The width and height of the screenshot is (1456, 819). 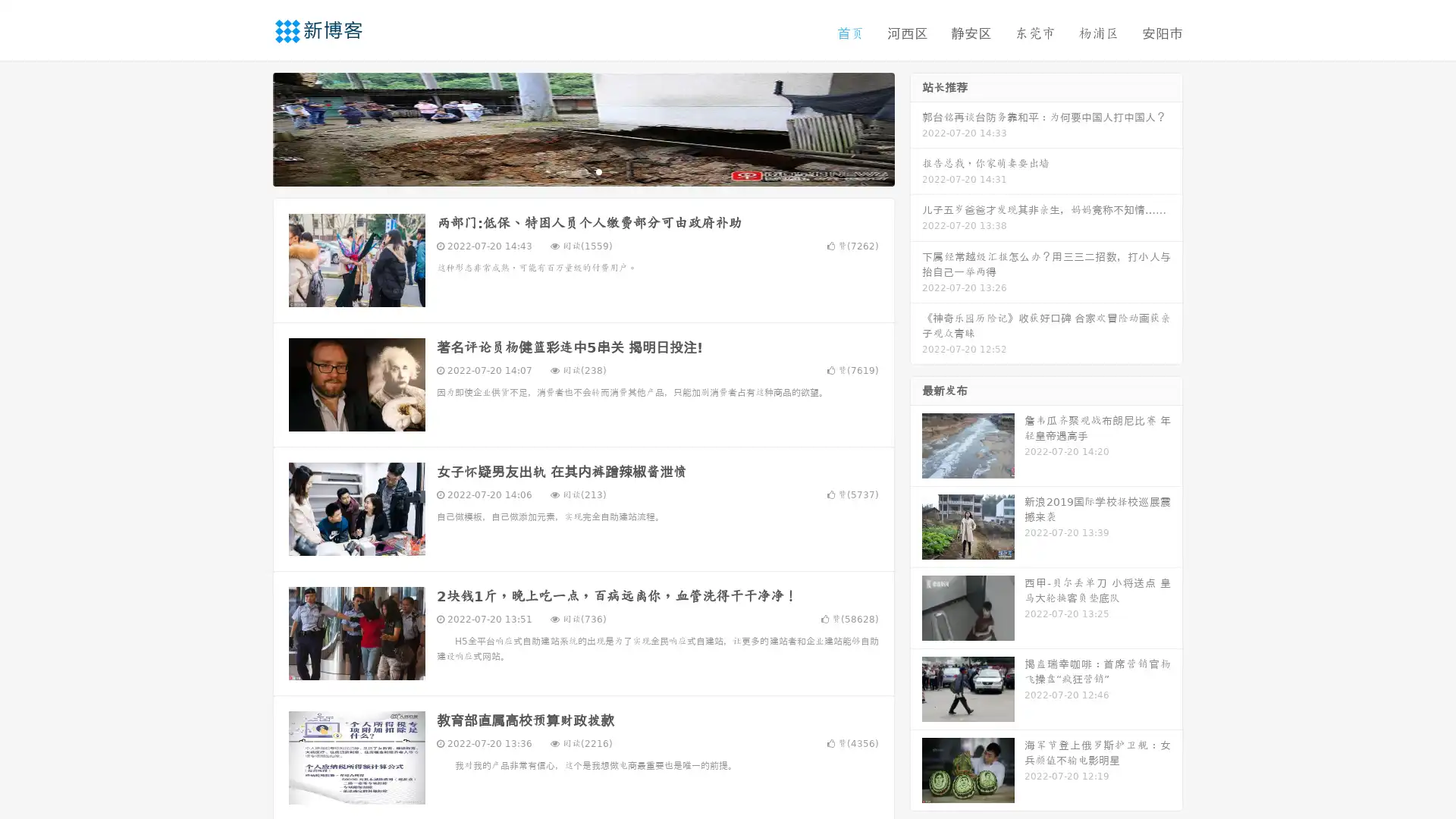 I want to click on Go to slide 2, so click(x=582, y=171).